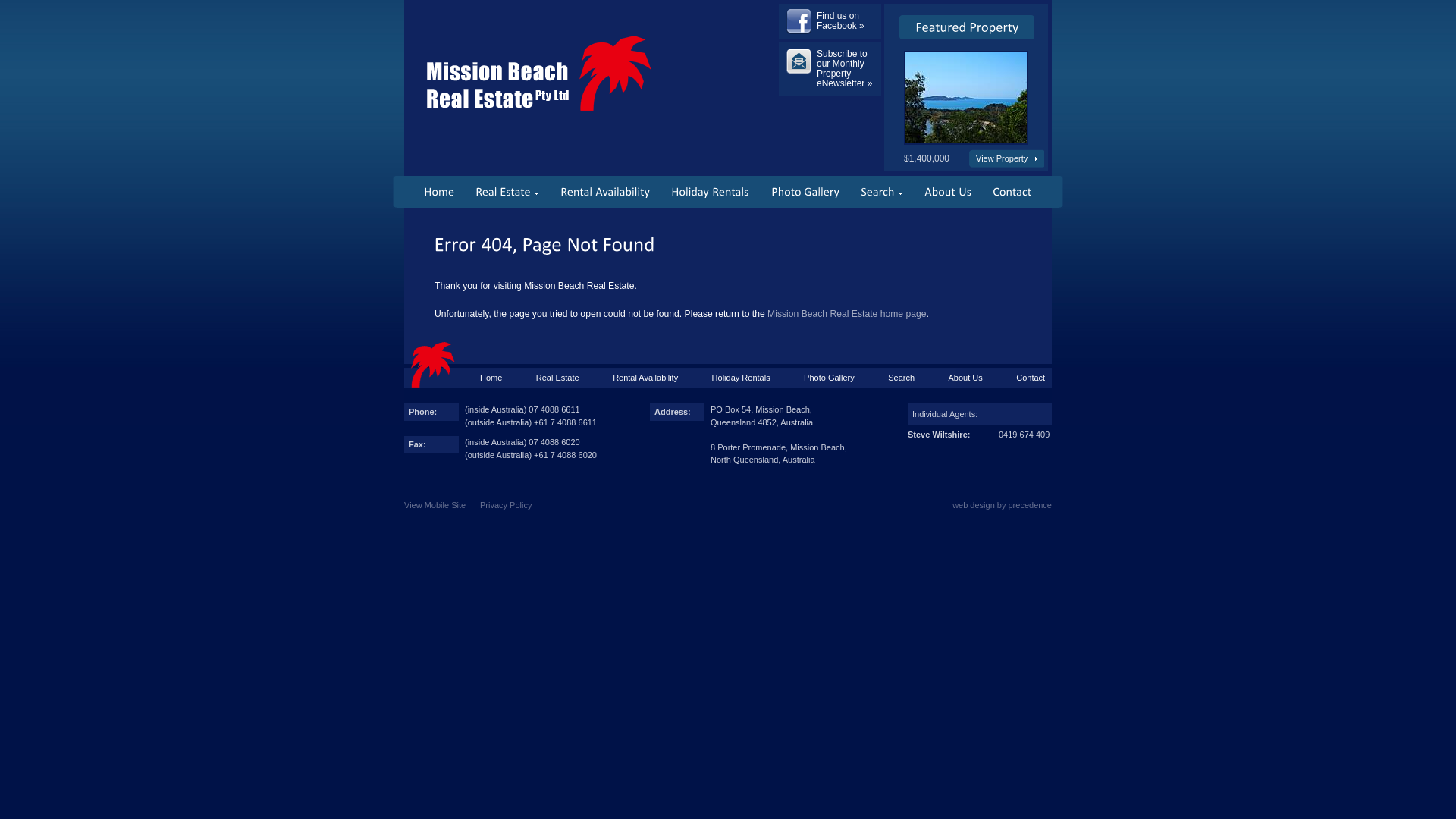  Describe the element at coordinates (711, 376) in the screenshot. I see `'Holiday Rentals'` at that location.